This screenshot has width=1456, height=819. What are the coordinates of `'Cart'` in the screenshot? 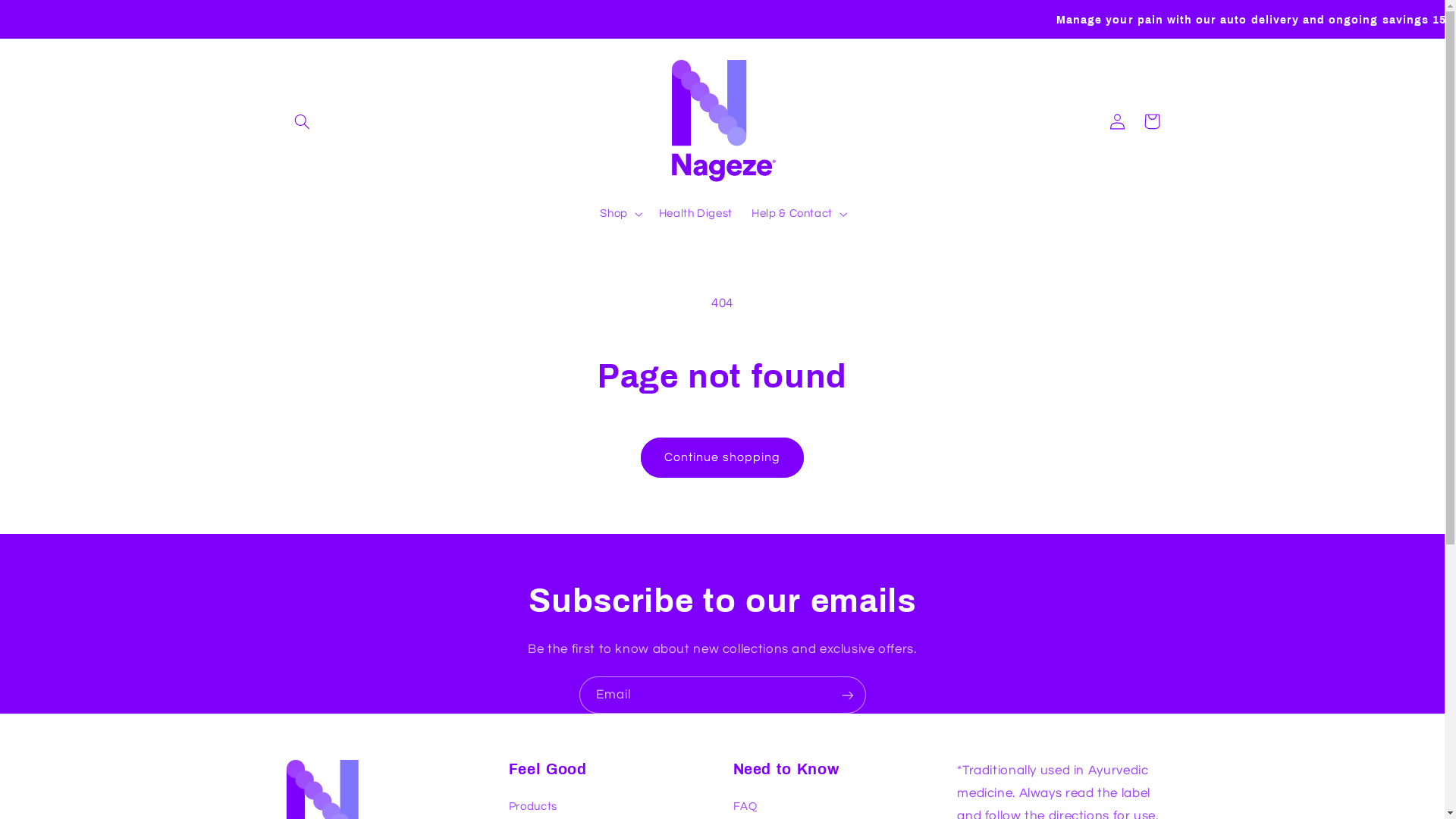 It's located at (1151, 120).